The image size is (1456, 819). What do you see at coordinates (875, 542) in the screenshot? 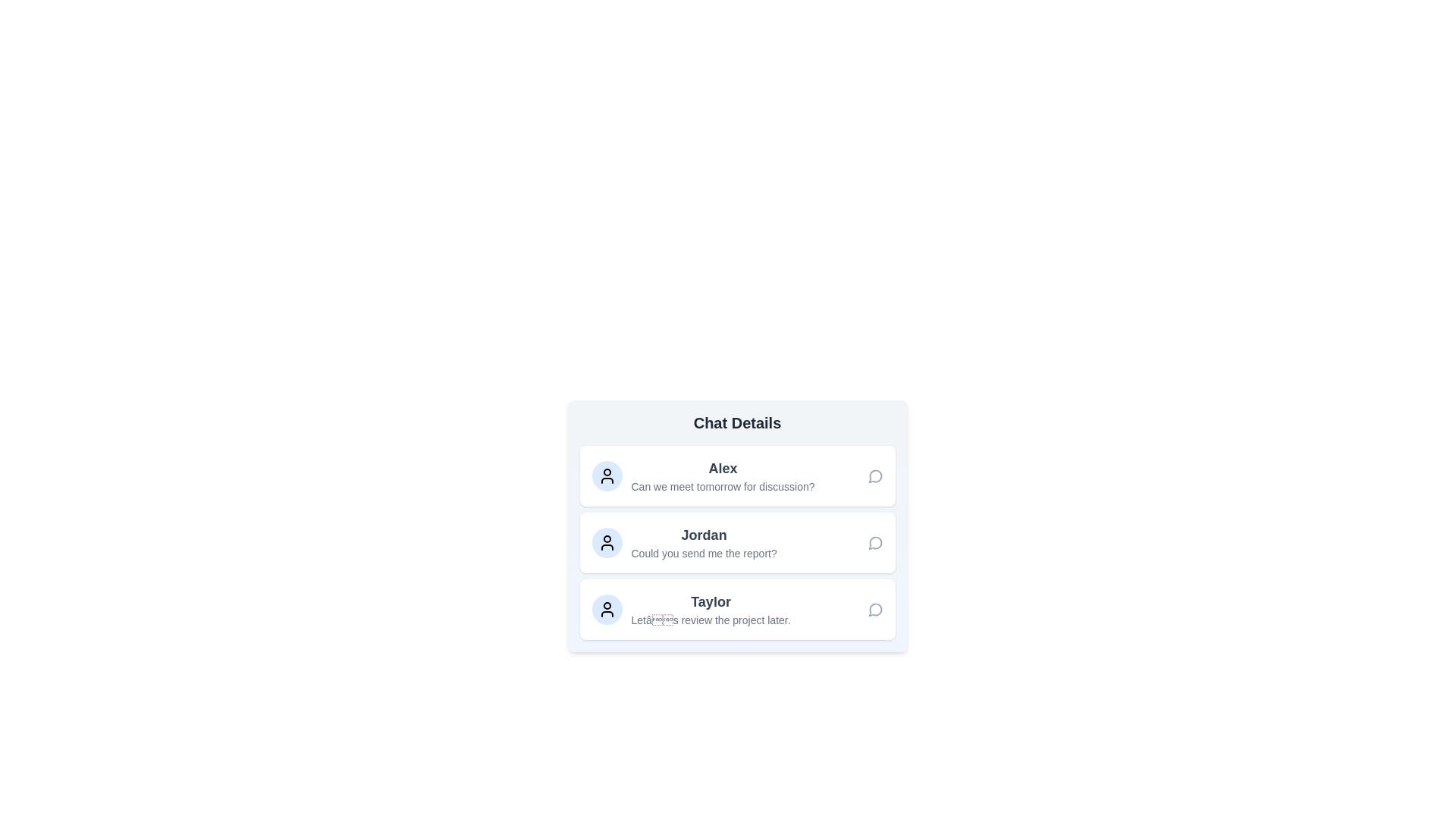
I see `the chat icon for the user Jordan` at bounding box center [875, 542].